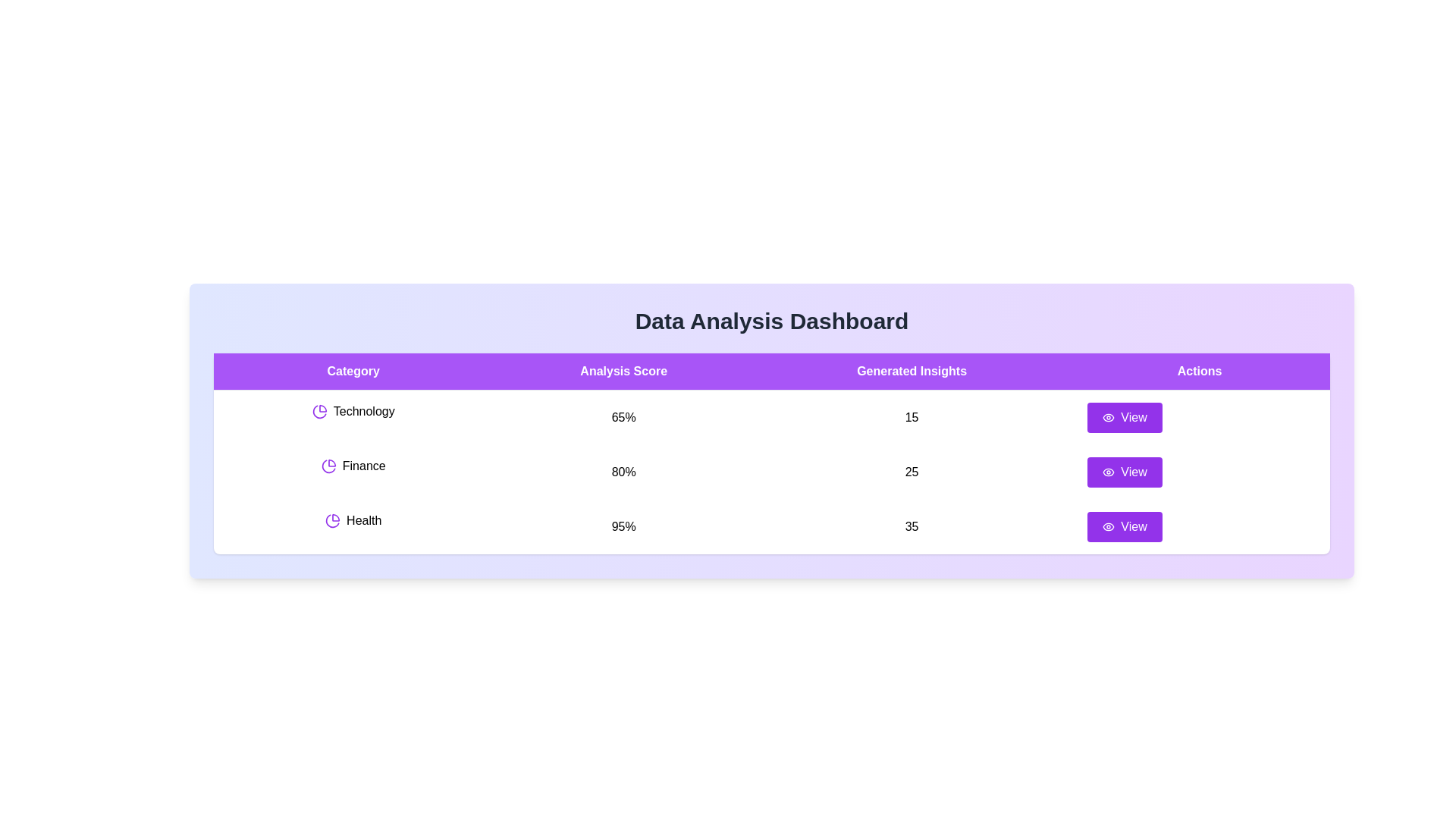 The width and height of the screenshot is (1456, 819). What do you see at coordinates (1199, 371) in the screenshot?
I see `the column header labeled 'Actions' to sort the data` at bounding box center [1199, 371].